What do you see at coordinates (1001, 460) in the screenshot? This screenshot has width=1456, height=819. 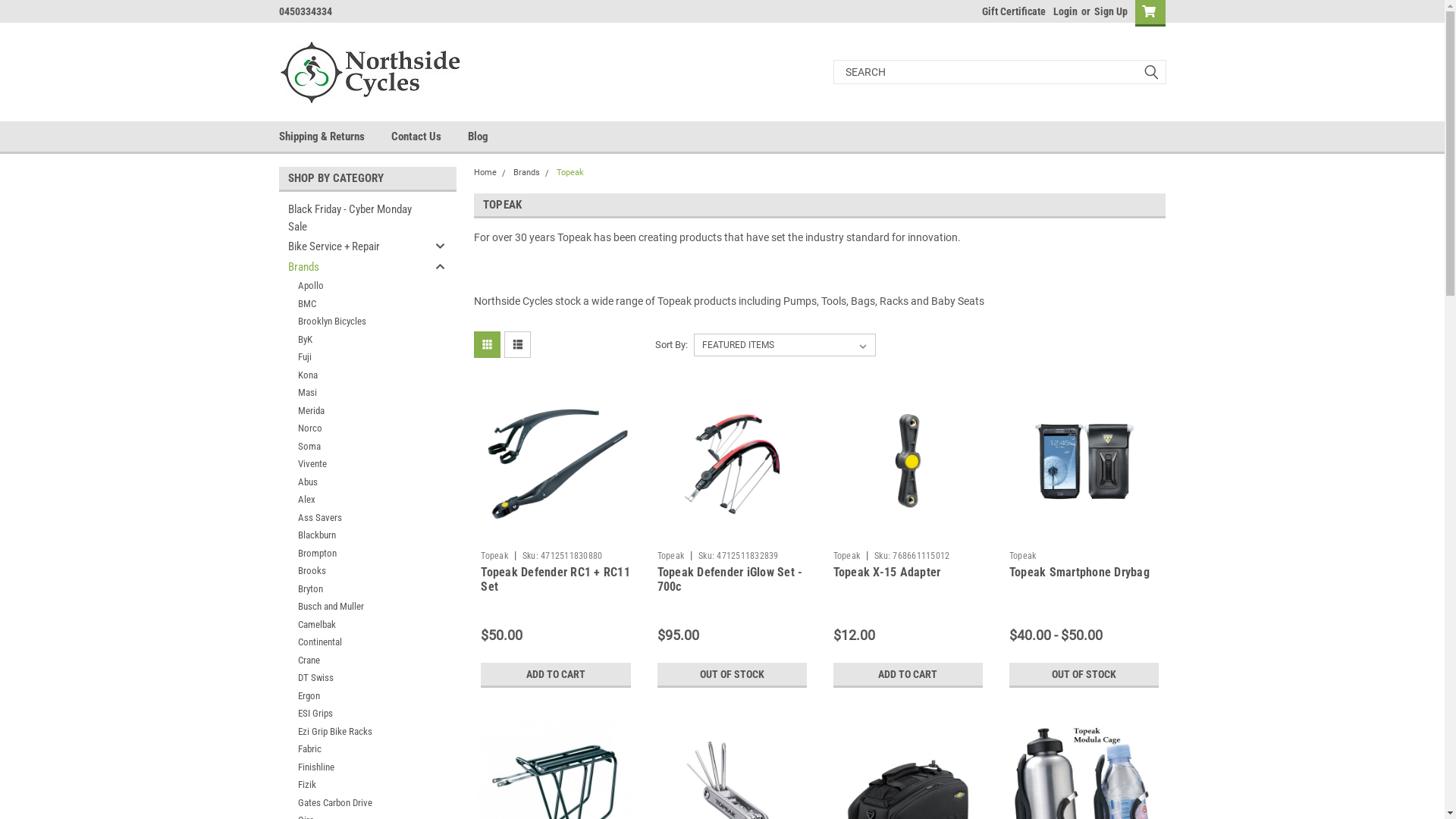 I see `'Topeak Smartphone Drybag'` at bounding box center [1001, 460].